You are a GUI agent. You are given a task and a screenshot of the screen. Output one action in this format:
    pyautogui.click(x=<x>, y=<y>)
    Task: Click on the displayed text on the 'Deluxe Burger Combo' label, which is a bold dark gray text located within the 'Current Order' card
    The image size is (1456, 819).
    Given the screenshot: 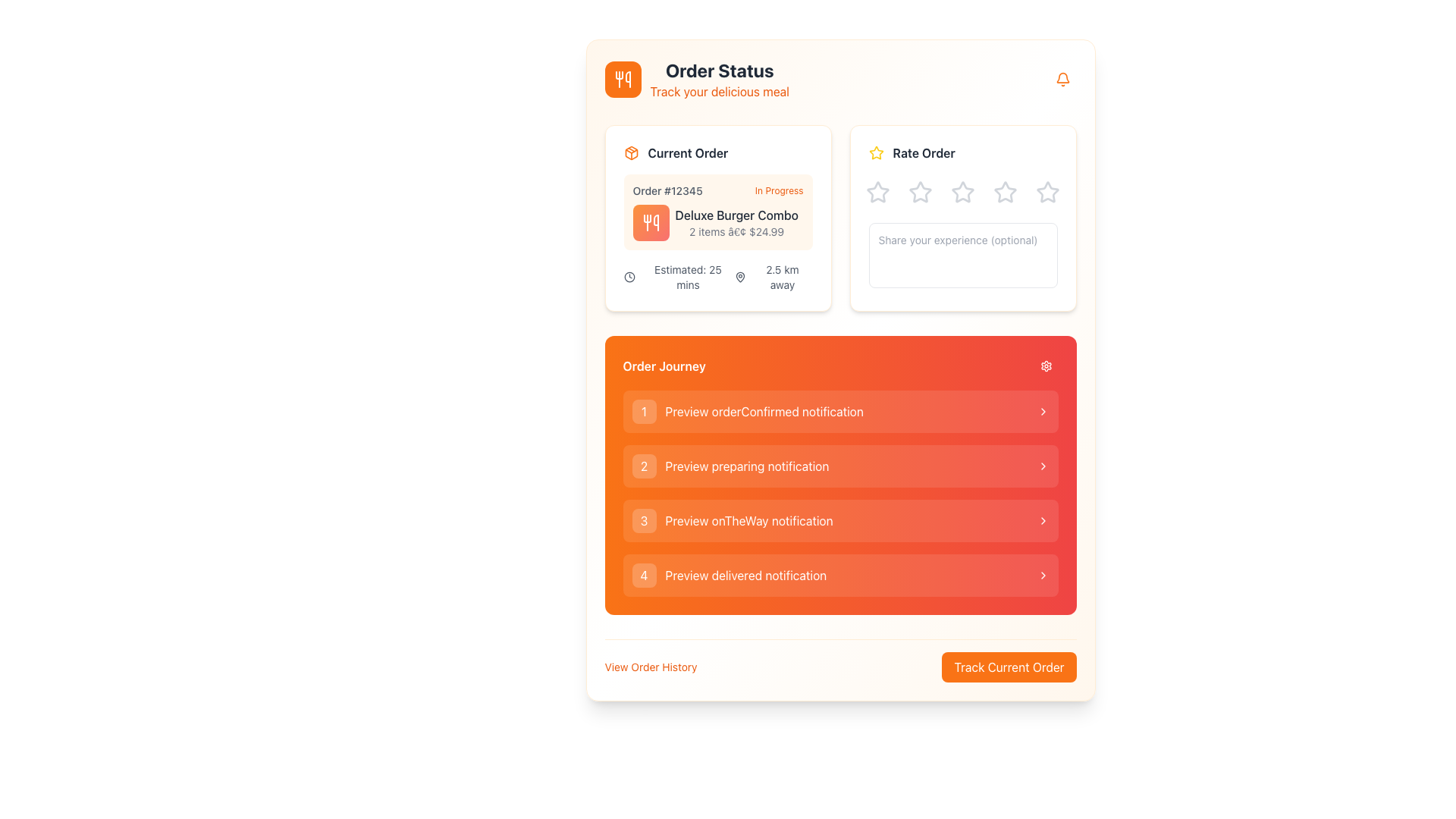 What is the action you would take?
    pyautogui.click(x=736, y=215)
    